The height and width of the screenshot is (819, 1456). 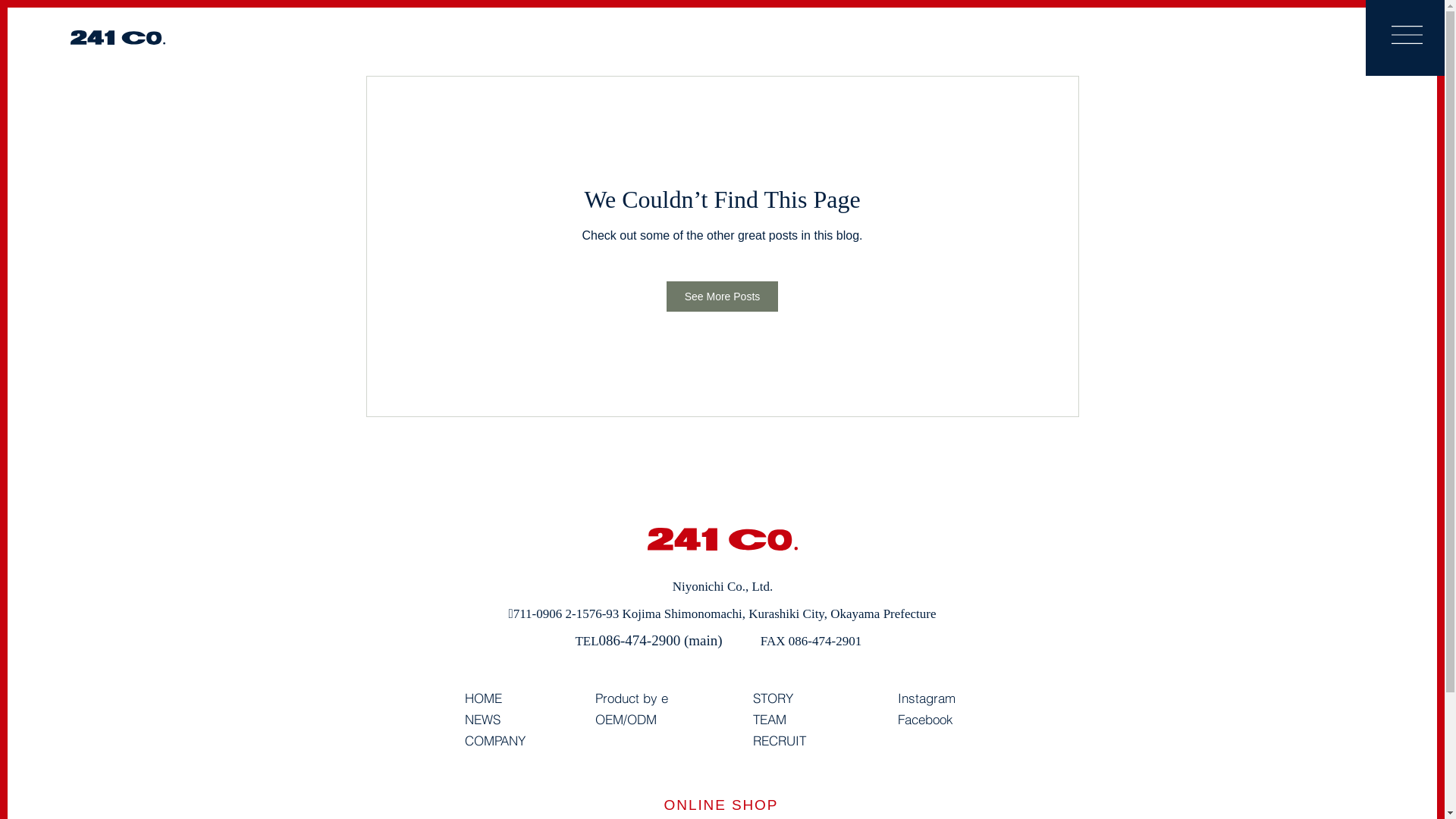 What do you see at coordinates (779, 740) in the screenshot?
I see `'RECRUIT'` at bounding box center [779, 740].